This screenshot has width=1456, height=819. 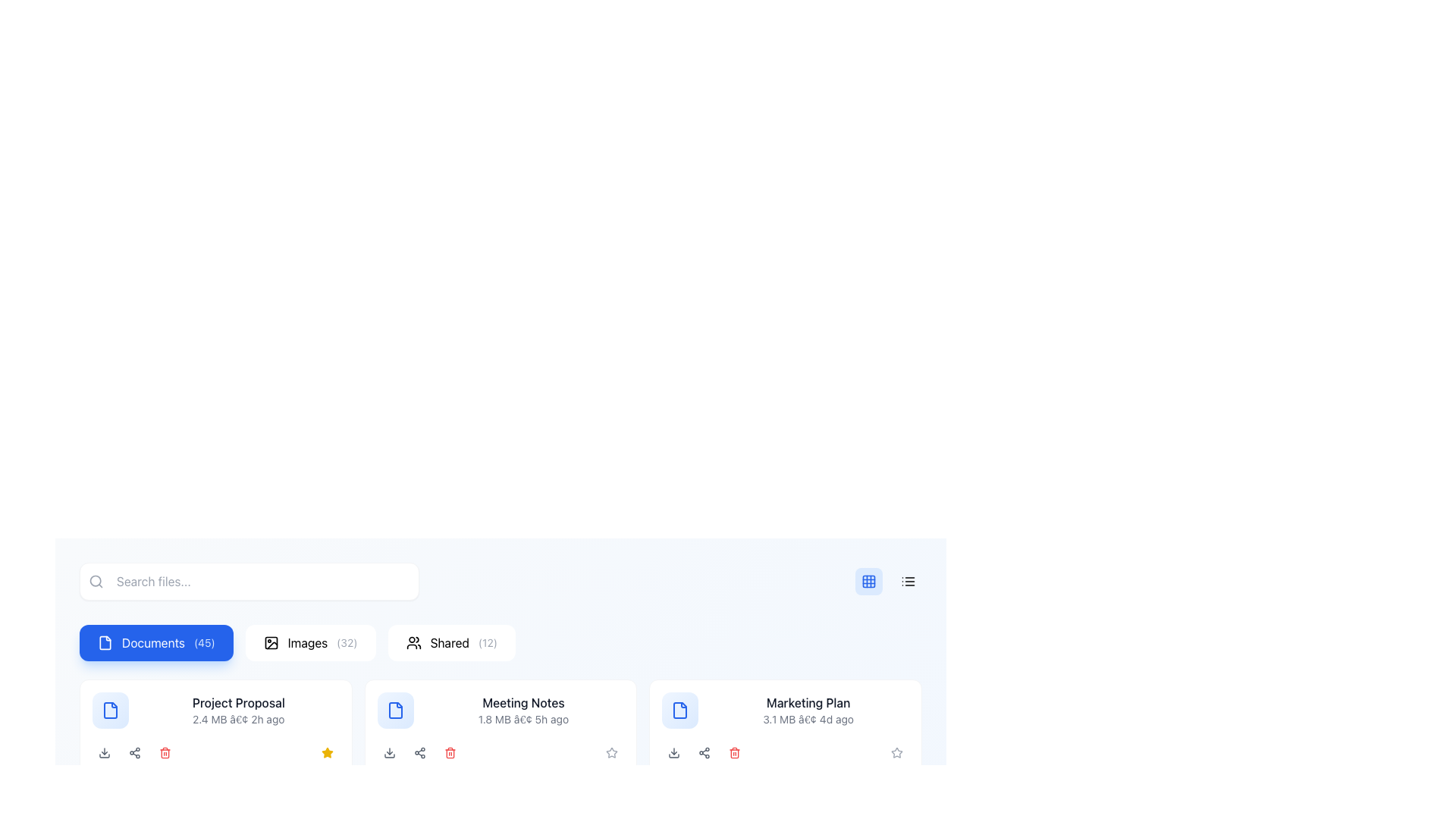 What do you see at coordinates (908, 581) in the screenshot?
I see `the 'list view' button icon located in the upper-right corner of the interface` at bounding box center [908, 581].